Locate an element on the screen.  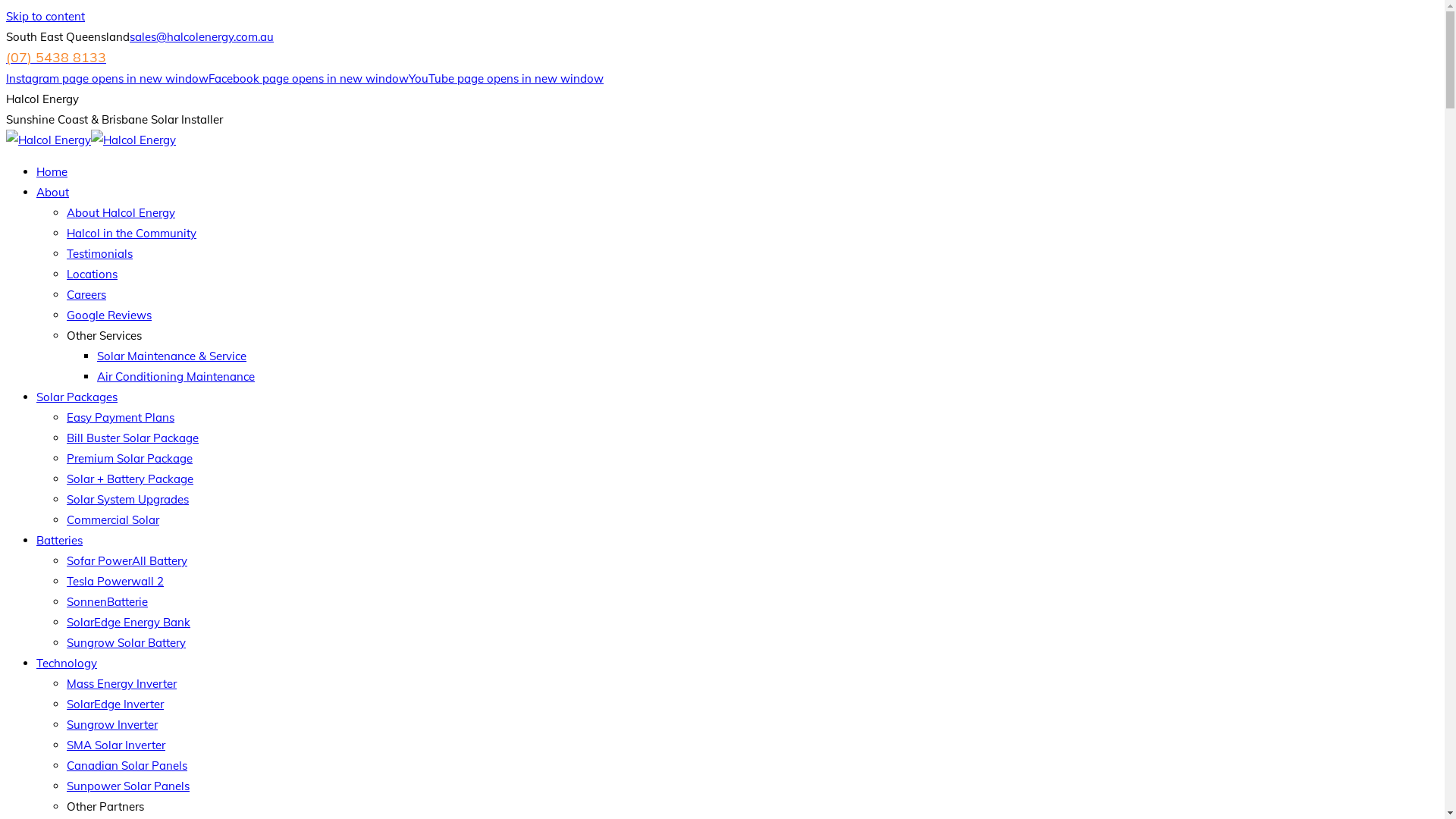
'Bill Buster Solar Package' is located at coordinates (65, 438).